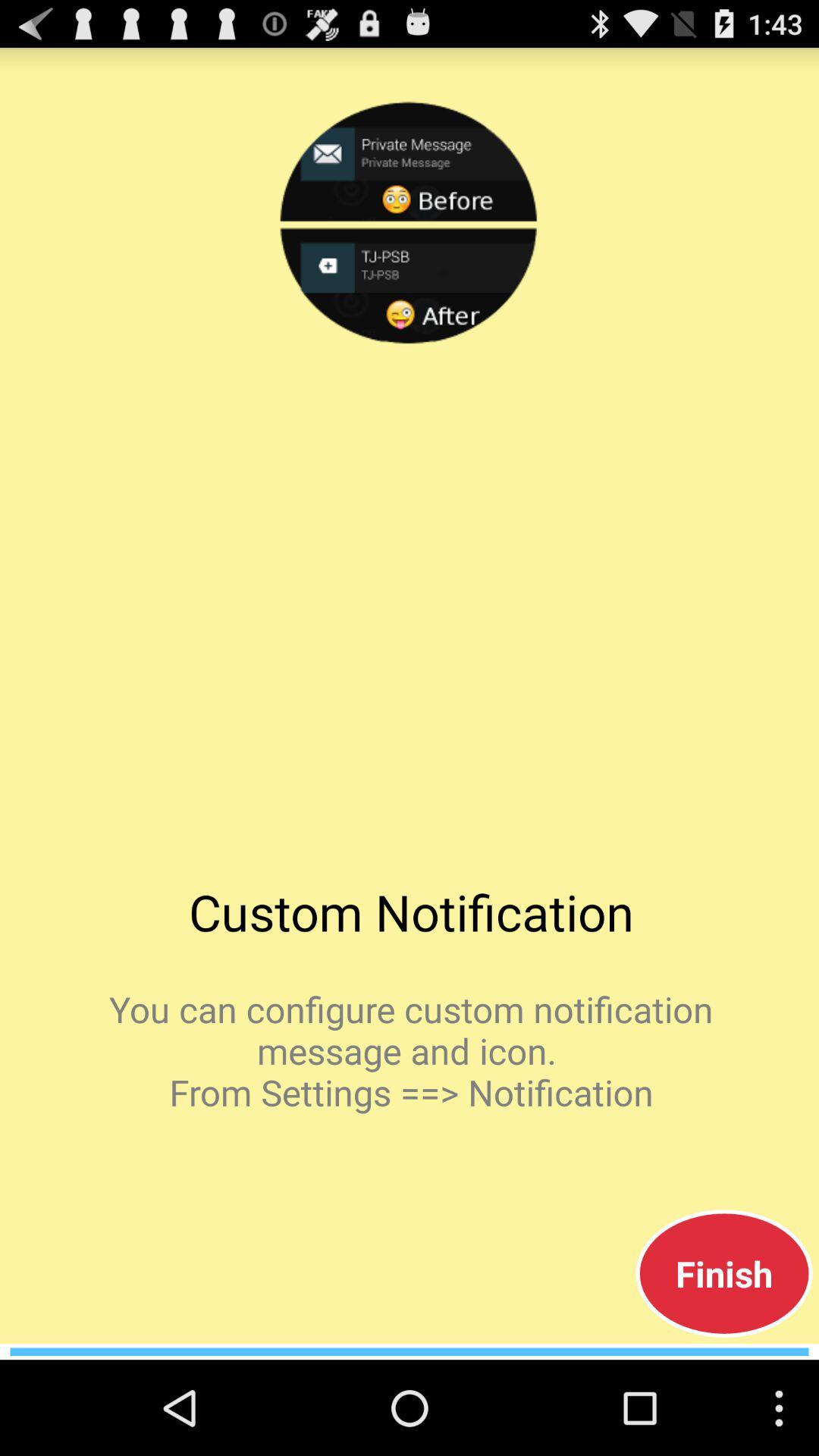 This screenshot has width=819, height=1456. I want to click on the finish button, so click(723, 1273).